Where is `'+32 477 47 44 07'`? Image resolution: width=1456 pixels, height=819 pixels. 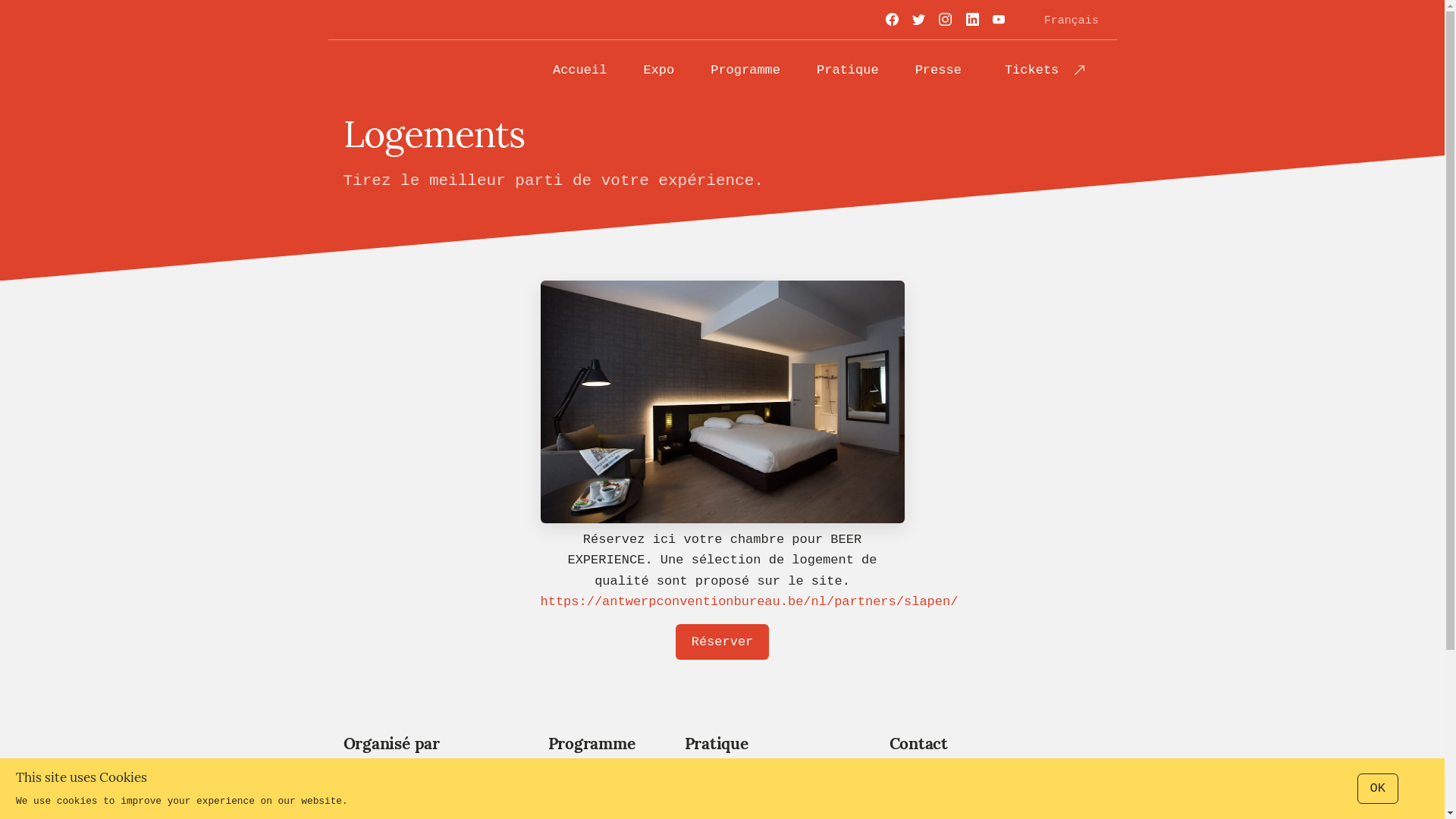
'+32 477 47 44 07' is located at coordinates (994, 800).